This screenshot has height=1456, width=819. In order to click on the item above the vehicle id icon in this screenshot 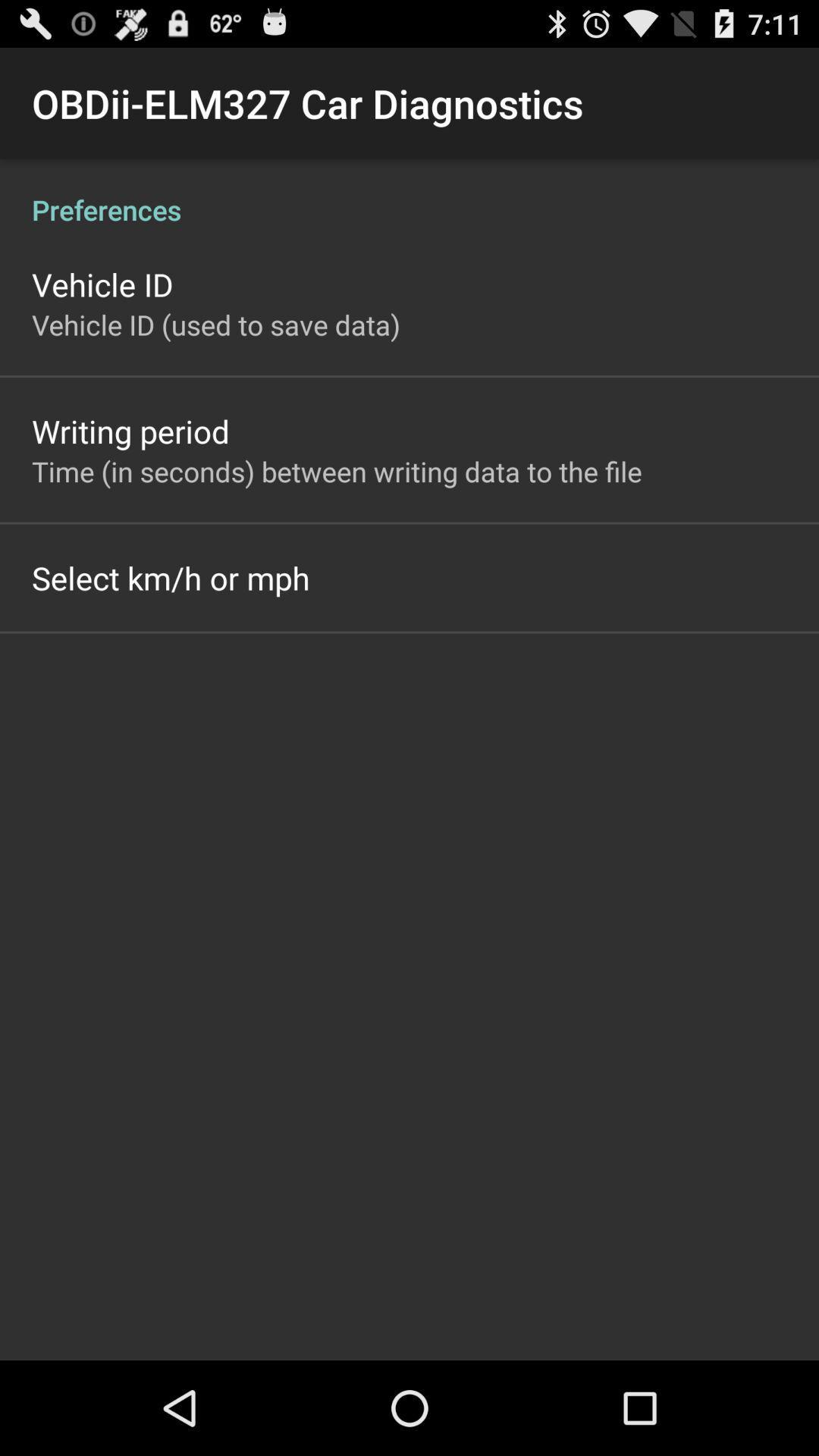, I will do `click(409, 193)`.